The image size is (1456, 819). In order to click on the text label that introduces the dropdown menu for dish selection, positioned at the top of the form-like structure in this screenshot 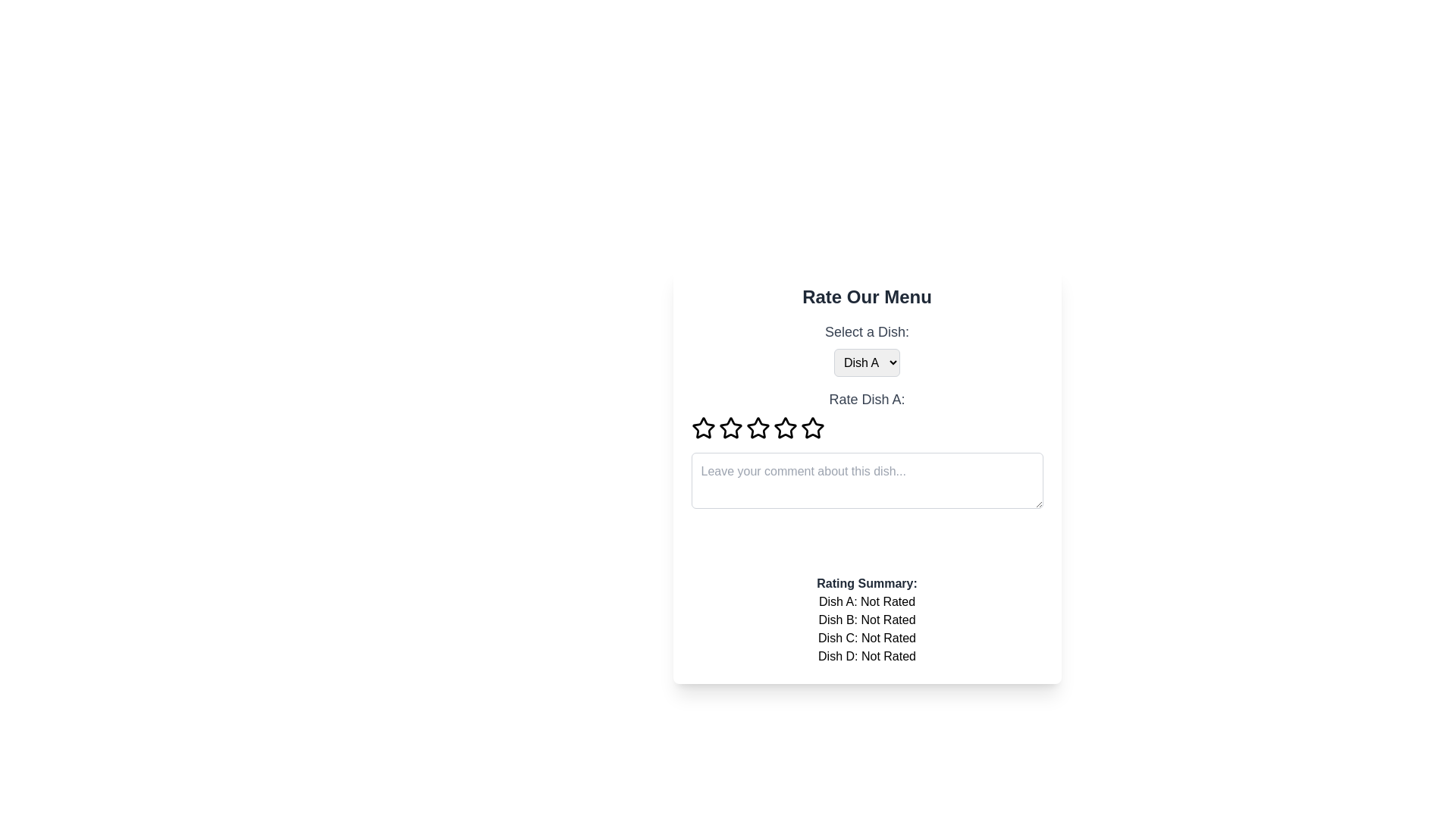, I will do `click(867, 331)`.